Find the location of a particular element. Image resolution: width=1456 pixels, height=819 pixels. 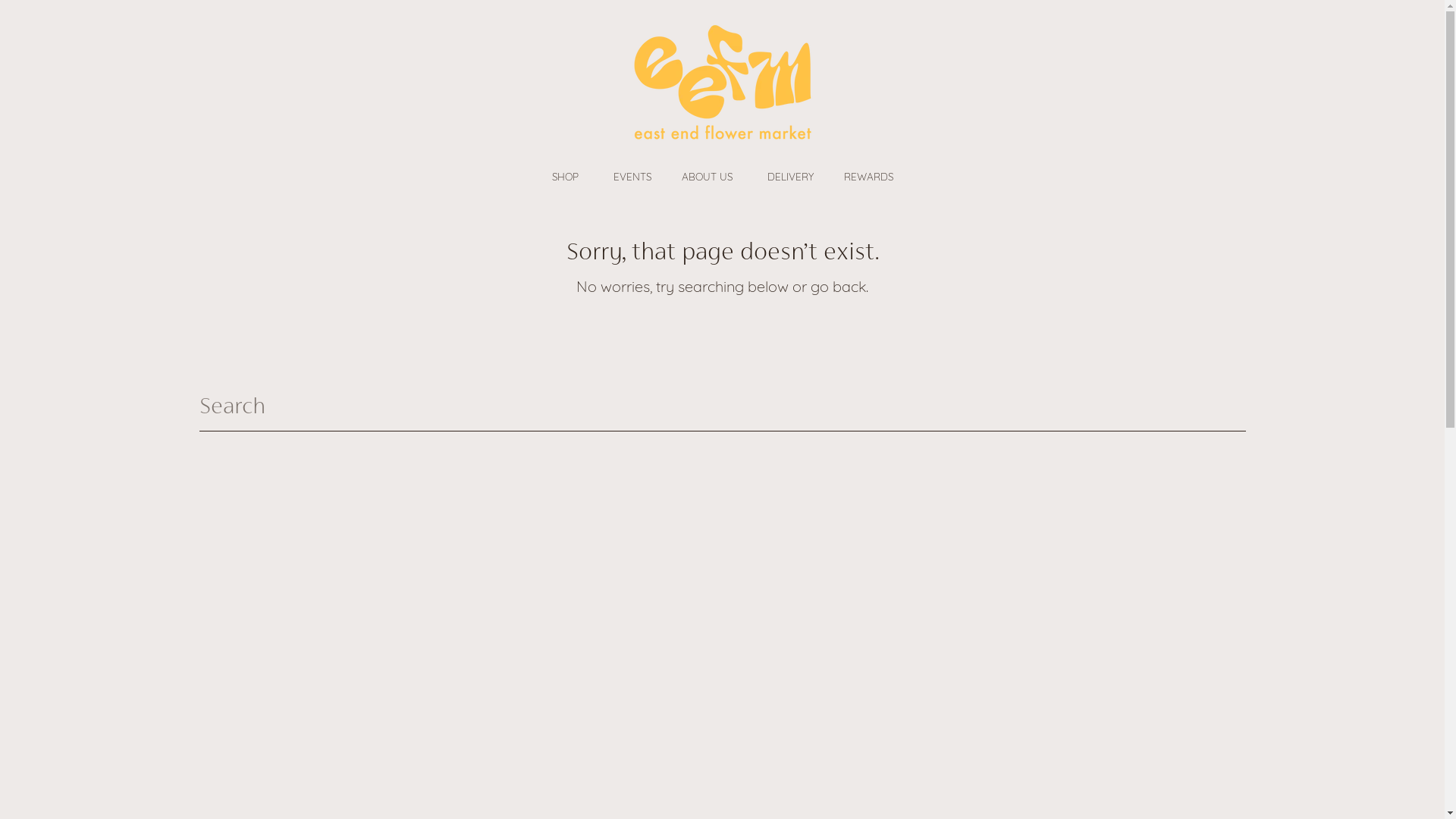

'ABOUT US' is located at coordinates (708, 175).